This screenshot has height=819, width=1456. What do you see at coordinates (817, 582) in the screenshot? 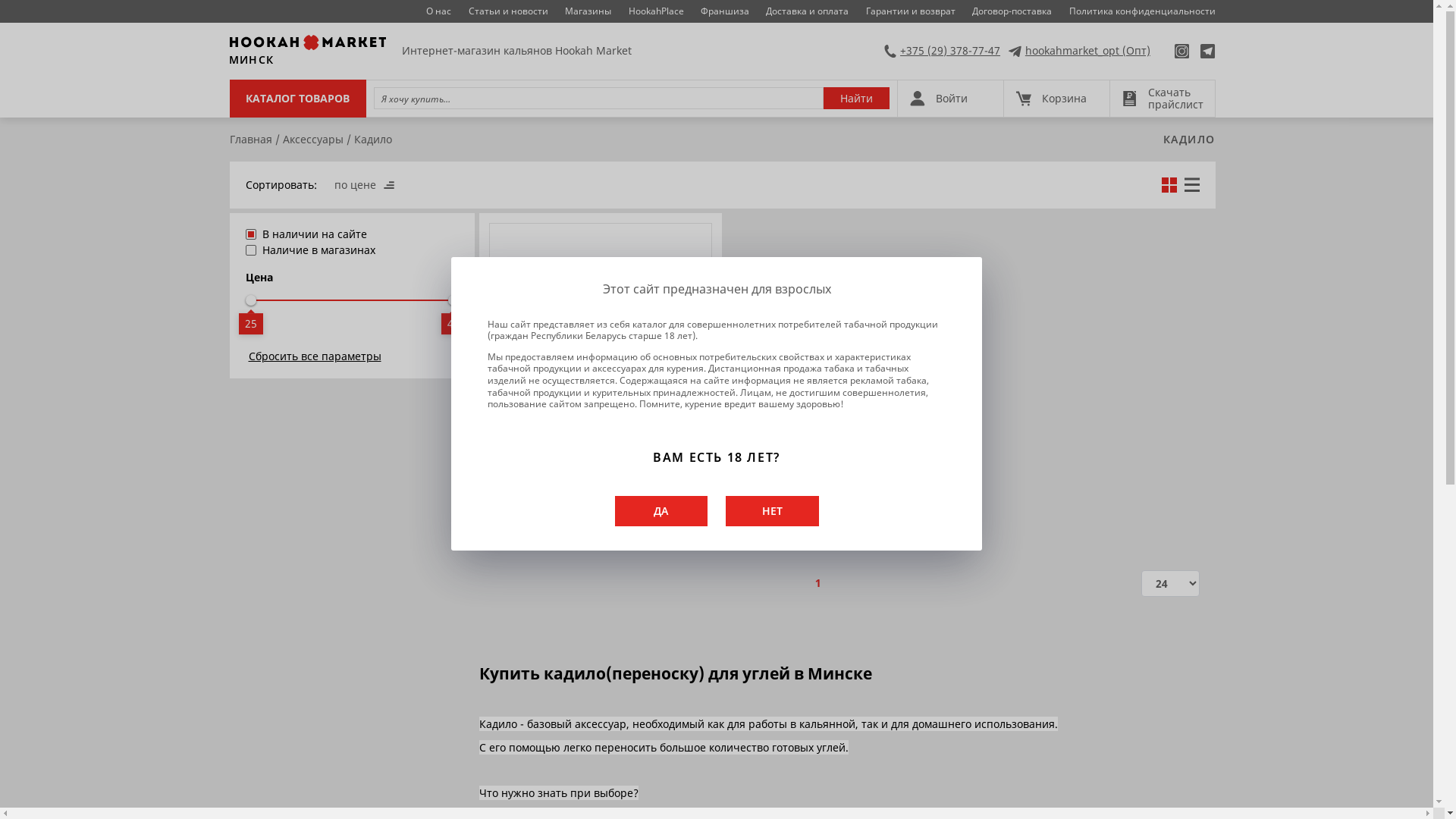
I see `'1'` at bounding box center [817, 582].